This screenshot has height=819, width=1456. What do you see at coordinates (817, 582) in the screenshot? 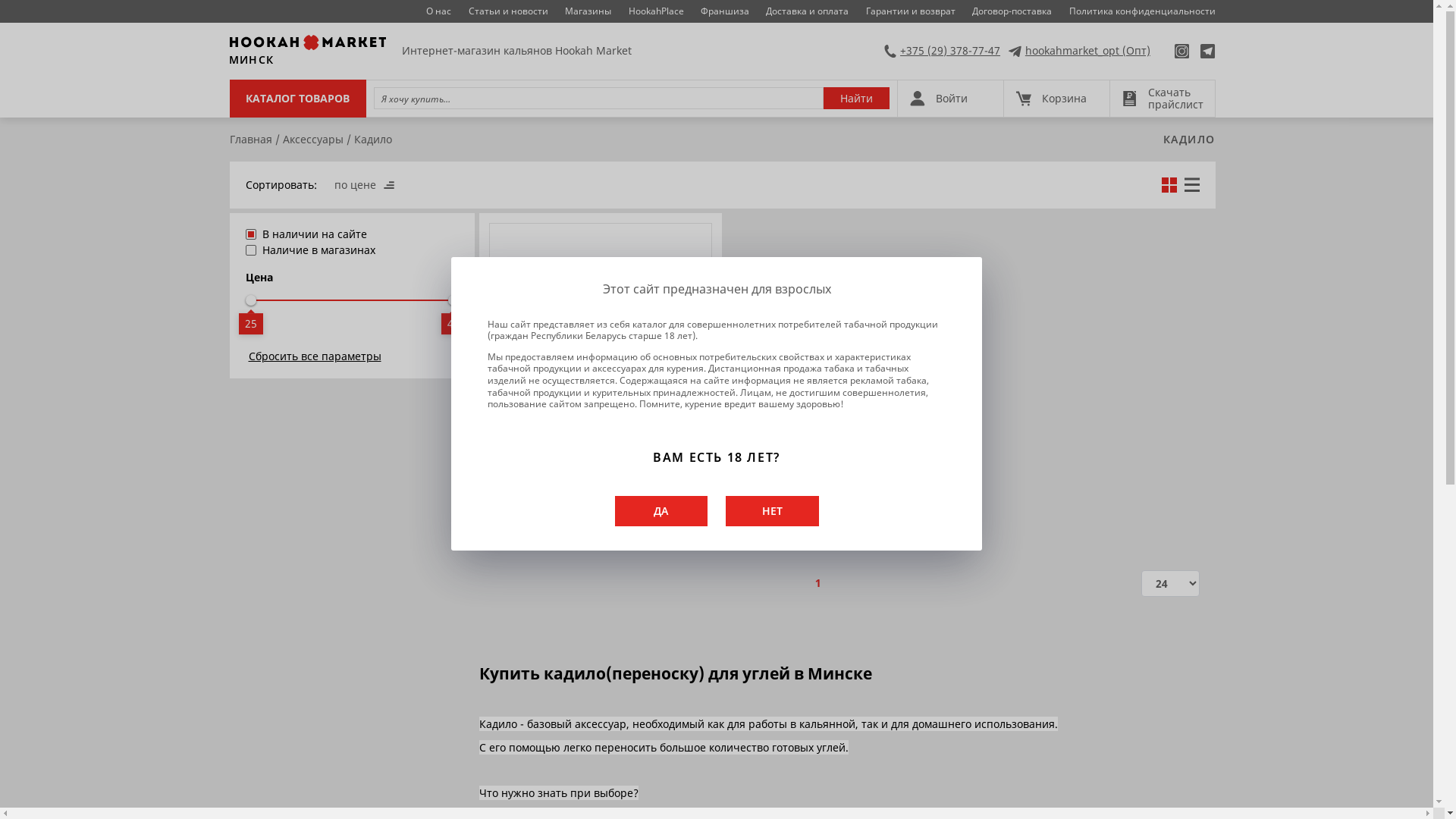
I see `'1'` at bounding box center [817, 582].